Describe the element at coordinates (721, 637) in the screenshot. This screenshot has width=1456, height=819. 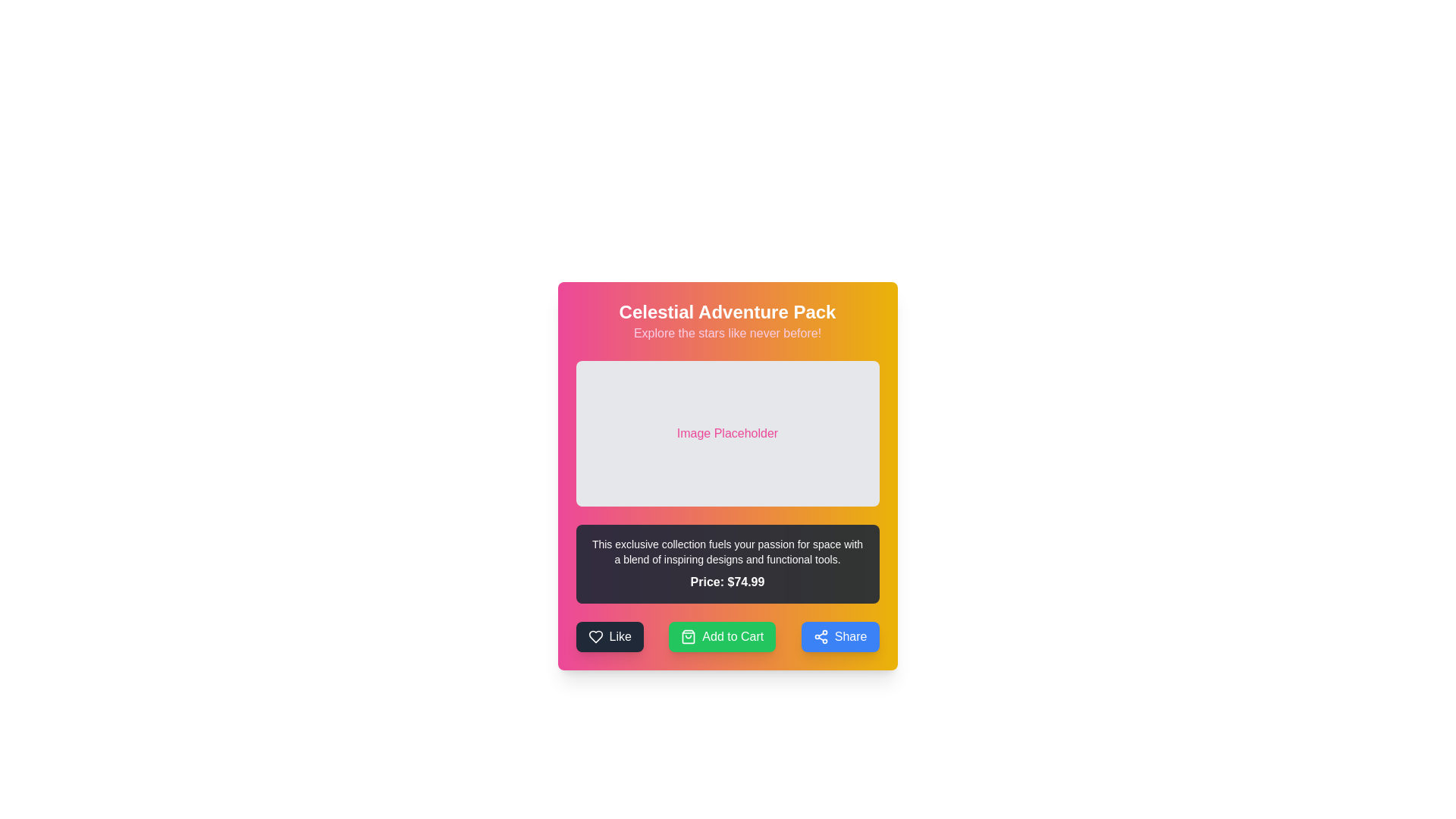
I see `the button located at the bottom section of the card component` at that location.